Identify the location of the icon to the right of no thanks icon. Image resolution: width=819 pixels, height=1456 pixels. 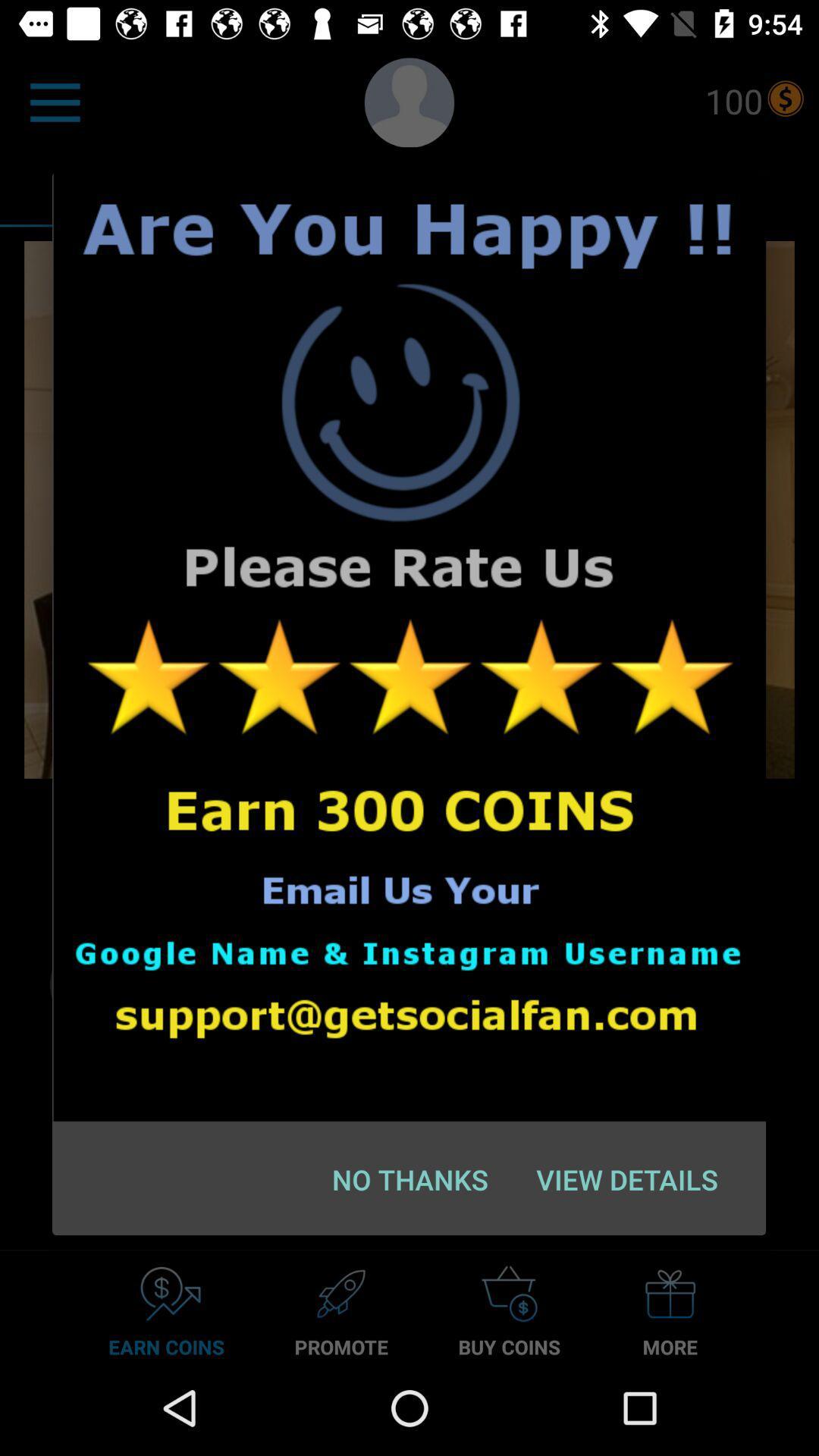
(627, 1178).